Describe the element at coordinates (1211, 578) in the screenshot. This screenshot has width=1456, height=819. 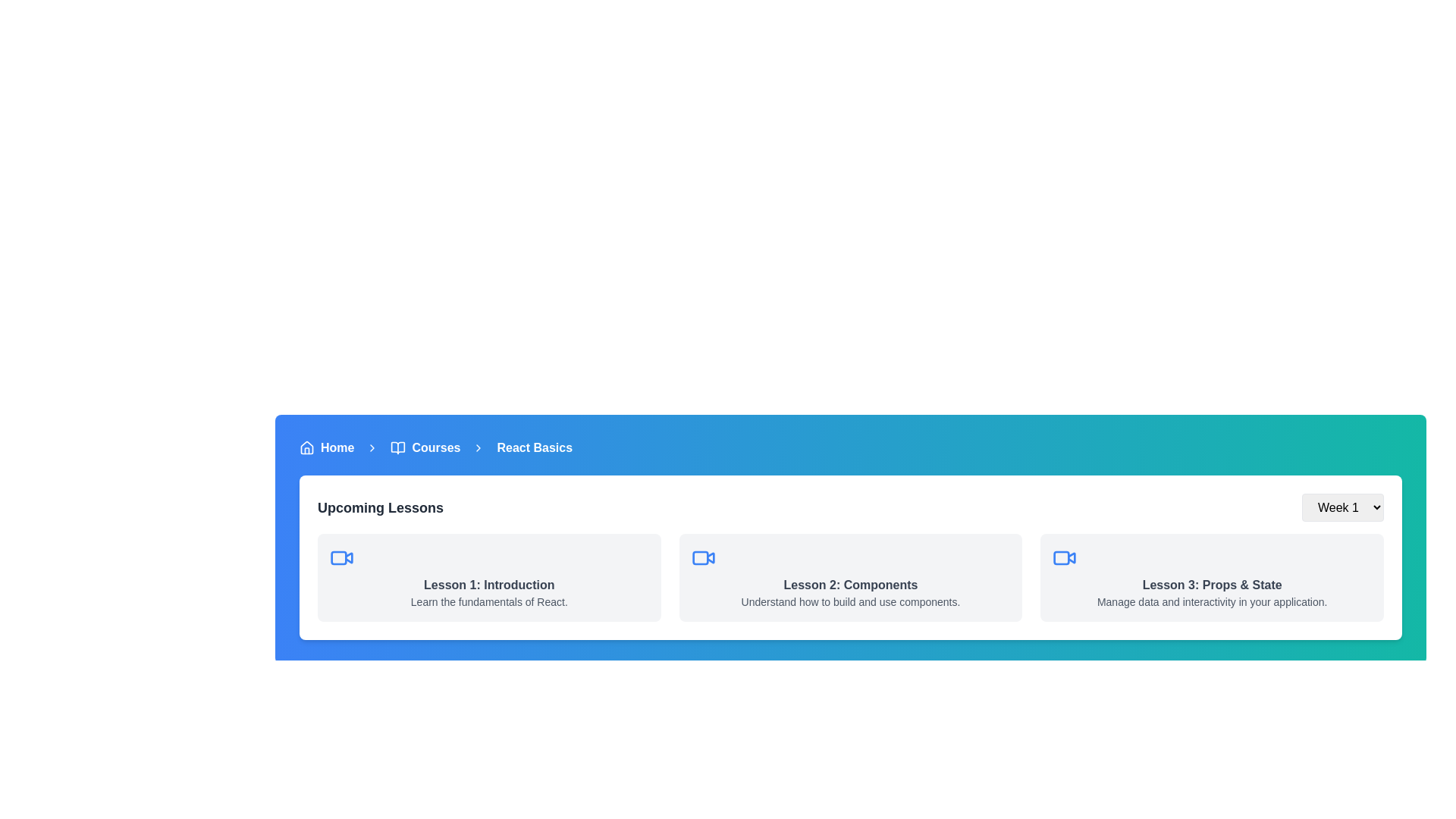
I see `the third card in the grid layout that contains a blue video icon and the text 'Lesson 3: Props & State'` at that location.